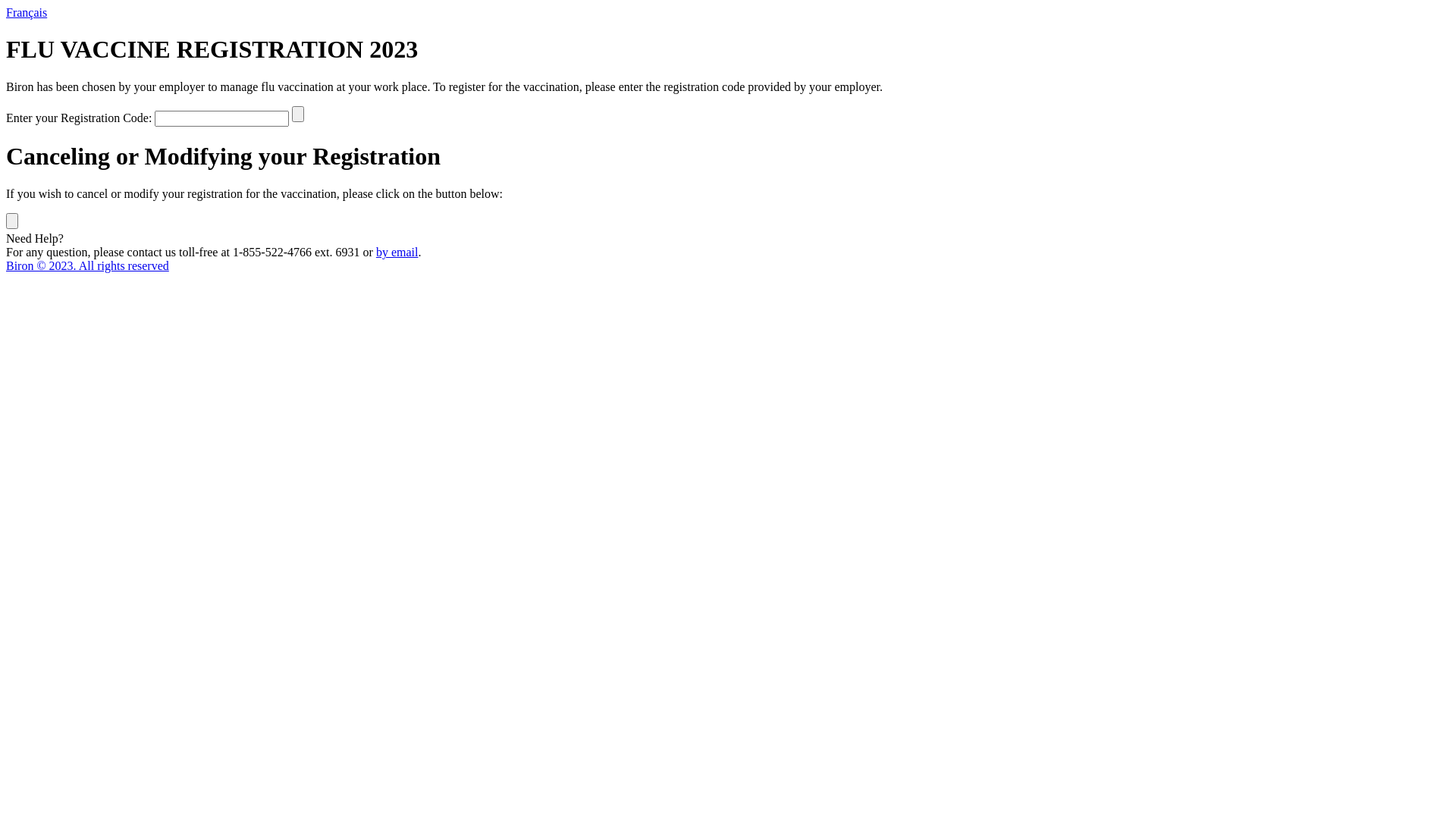 Image resolution: width=1456 pixels, height=819 pixels. I want to click on 'by email', so click(397, 251).